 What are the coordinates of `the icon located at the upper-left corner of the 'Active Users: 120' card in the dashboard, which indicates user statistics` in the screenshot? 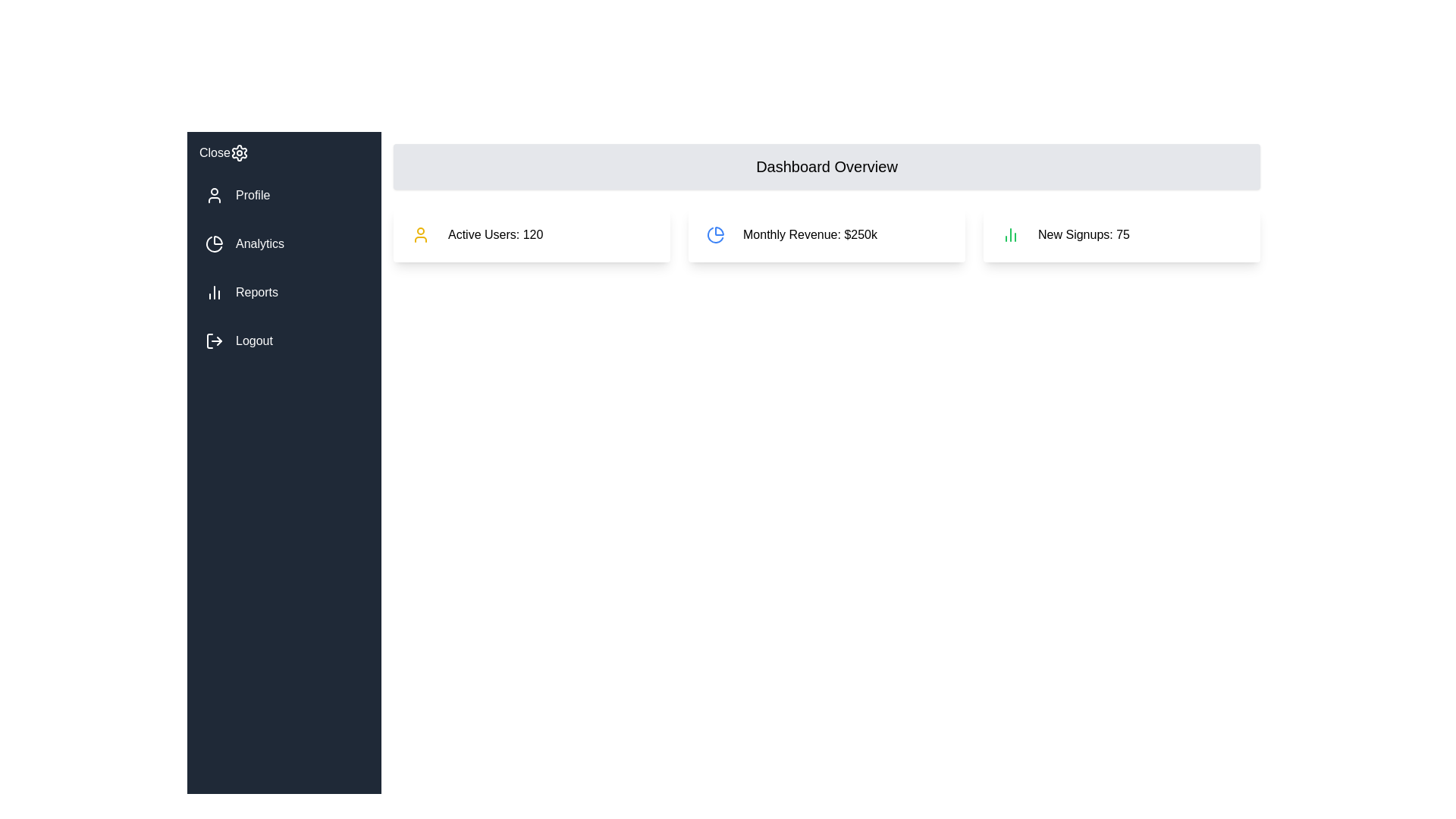 It's located at (421, 234).